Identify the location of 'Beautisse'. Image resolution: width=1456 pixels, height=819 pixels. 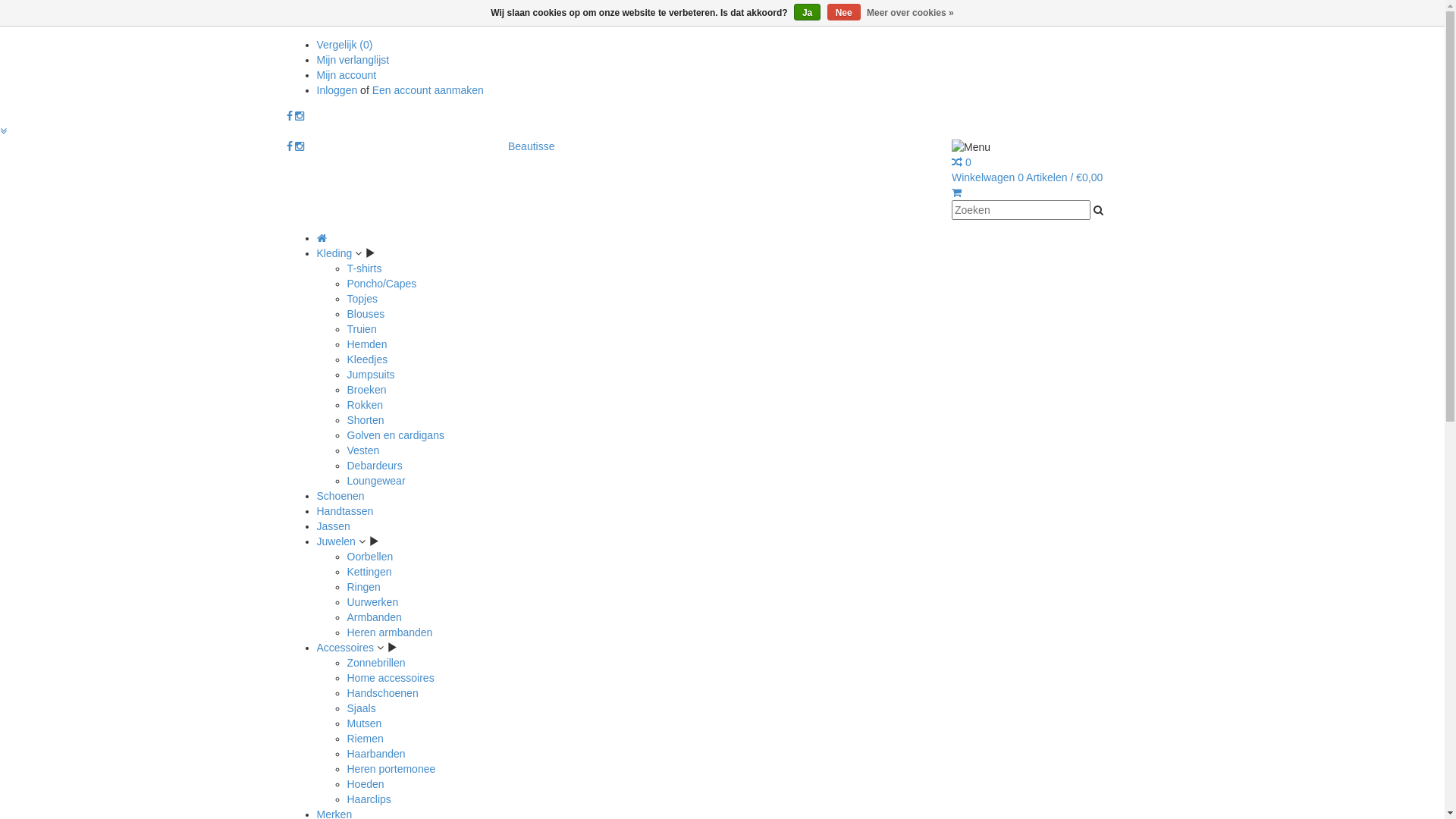
(531, 146).